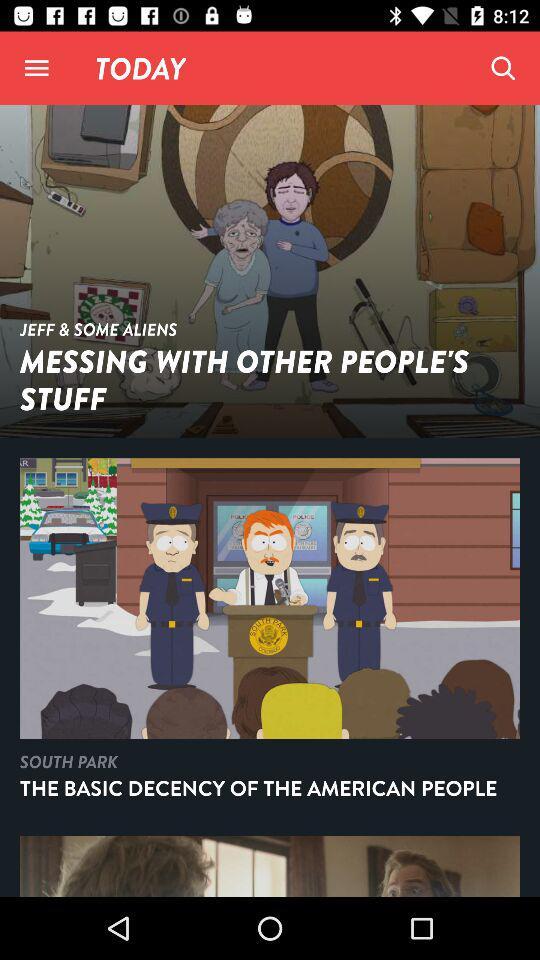 The image size is (540, 960). I want to click on options menu, so click(36, 68).